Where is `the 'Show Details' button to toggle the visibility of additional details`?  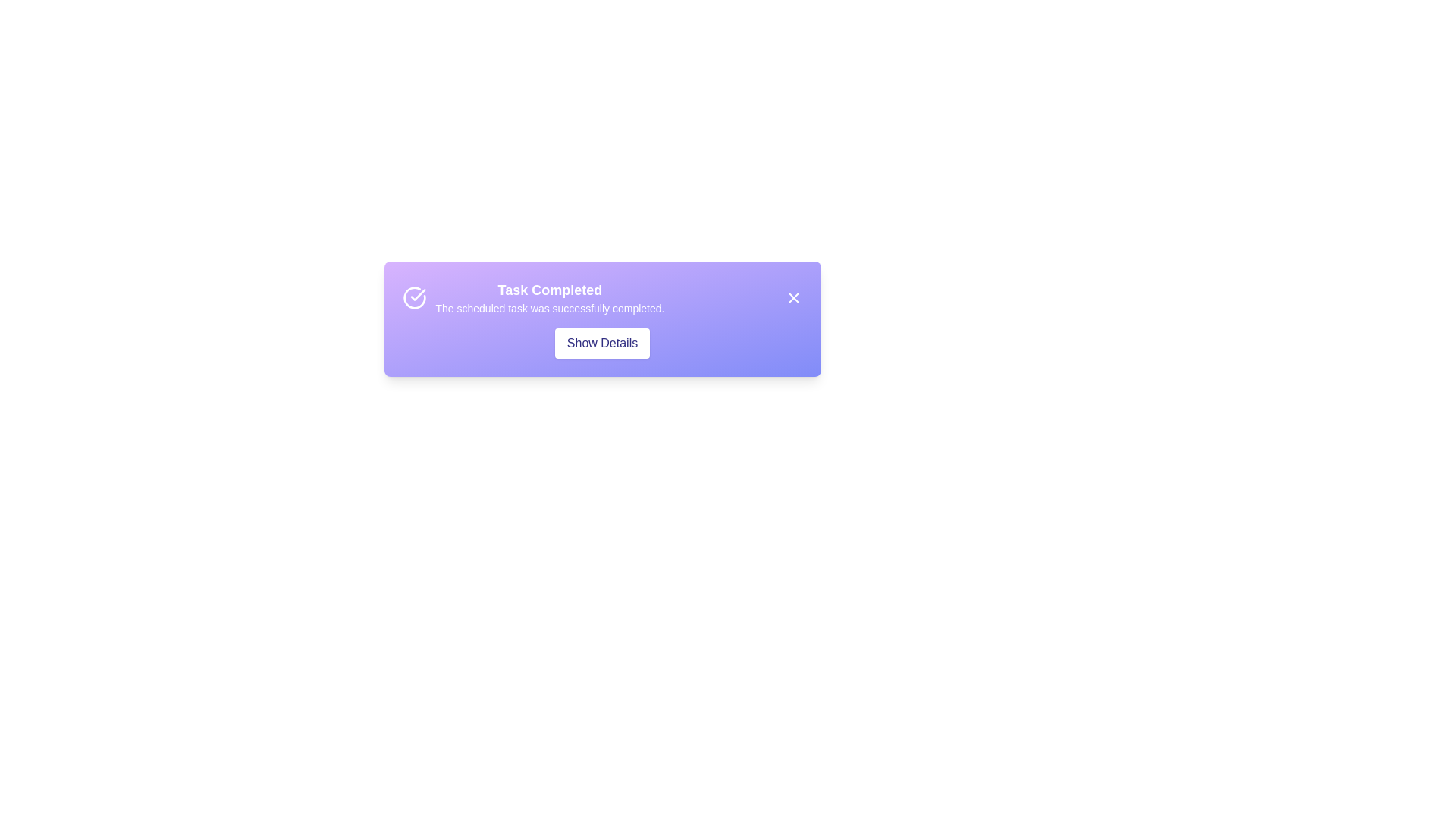 the 'Show Details' button to toggle the visibility of additional details is located at coordinates (601, 343).